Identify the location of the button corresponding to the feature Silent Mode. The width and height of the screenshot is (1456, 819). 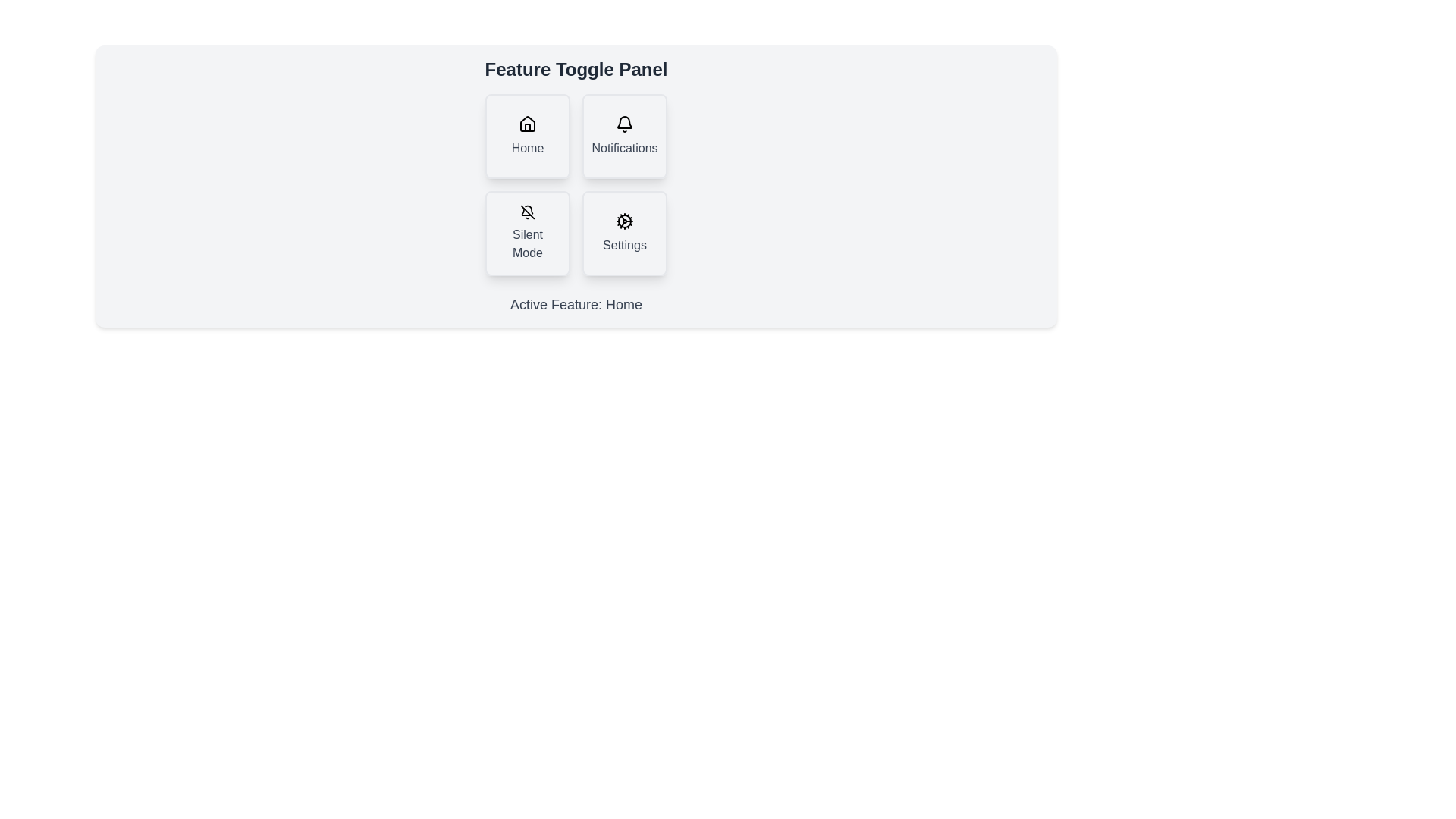
(528, 234).